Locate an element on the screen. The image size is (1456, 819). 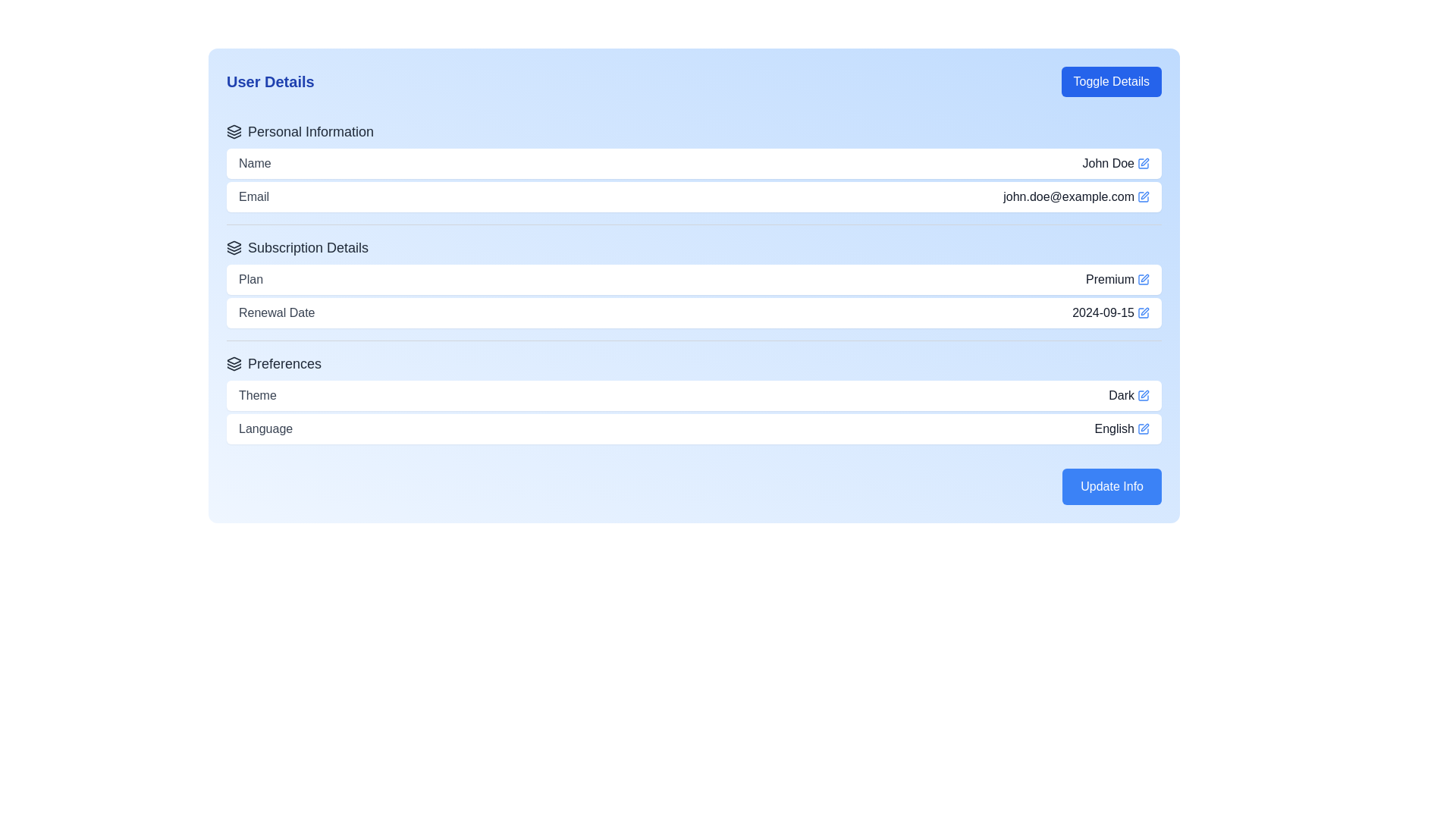
the label indicating the theme setting for 'Dark' located to the far left within the Preferences section is located at coordinates (257, 394).